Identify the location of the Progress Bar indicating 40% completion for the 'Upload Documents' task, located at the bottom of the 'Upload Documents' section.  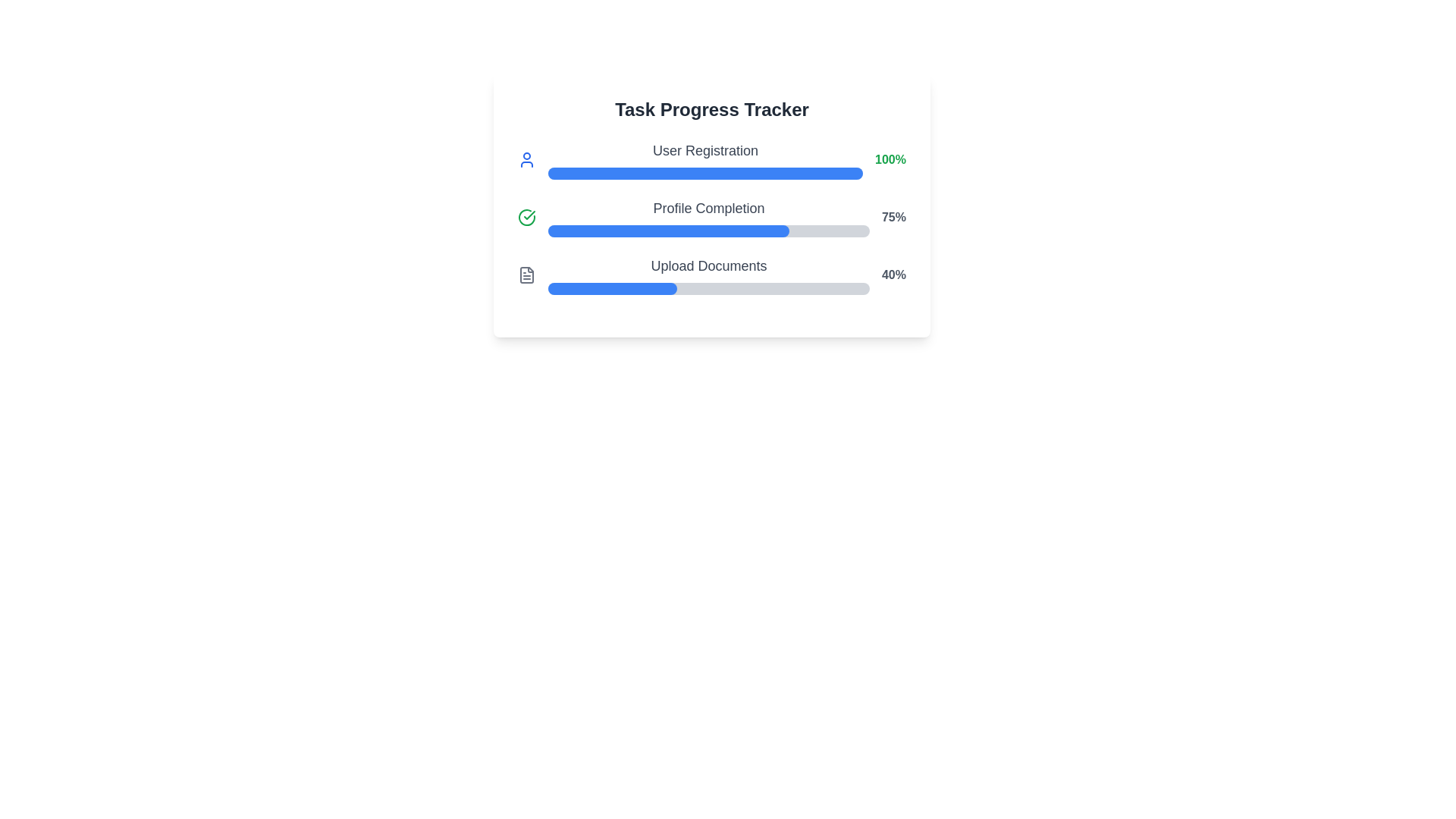
(708, 289).